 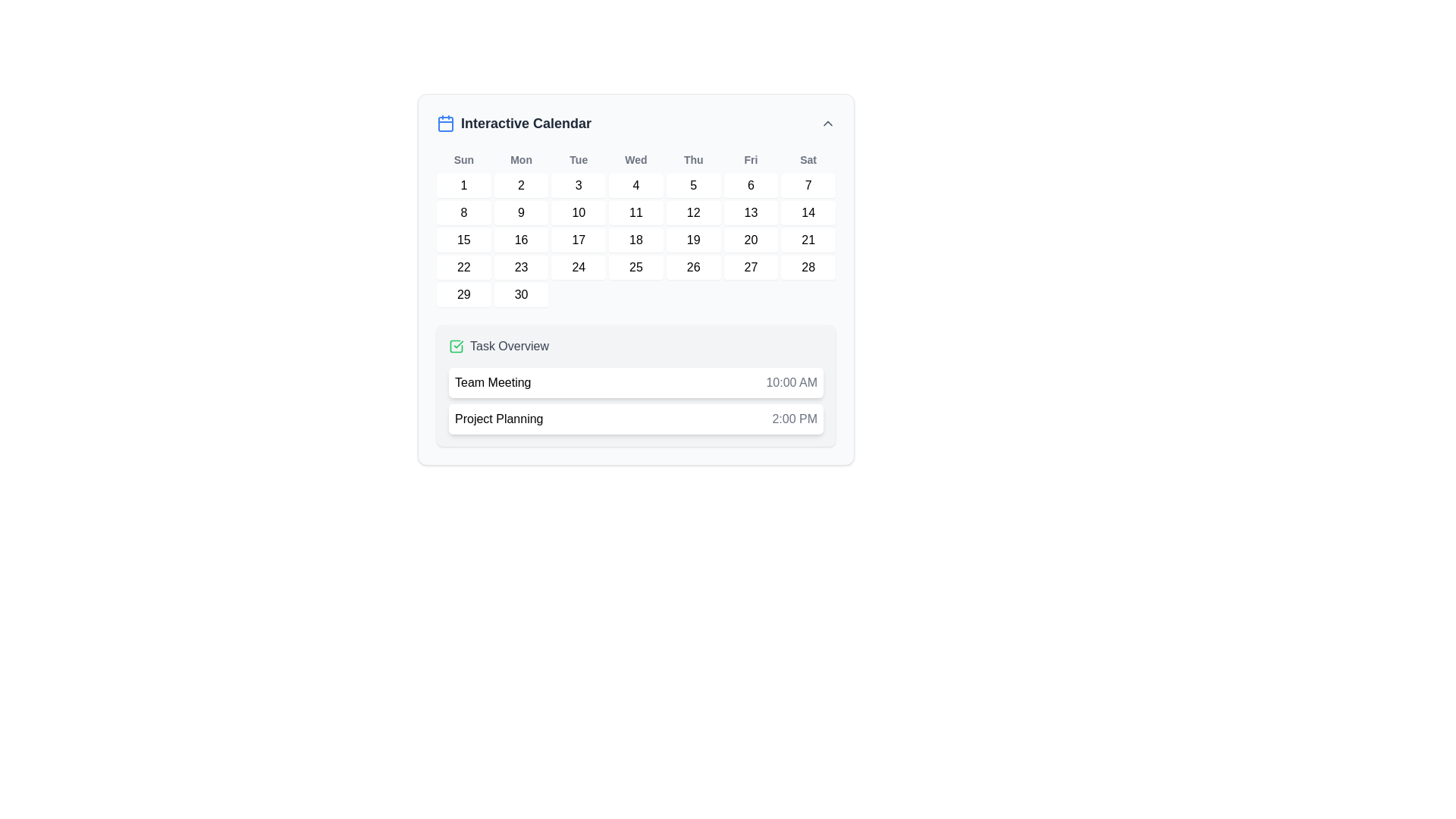 What do you see at coordinates (578, 185) in the screenshot?
I see `the button-like representation of the day '3' in the calendar interface` at bounding box center [578, 185].